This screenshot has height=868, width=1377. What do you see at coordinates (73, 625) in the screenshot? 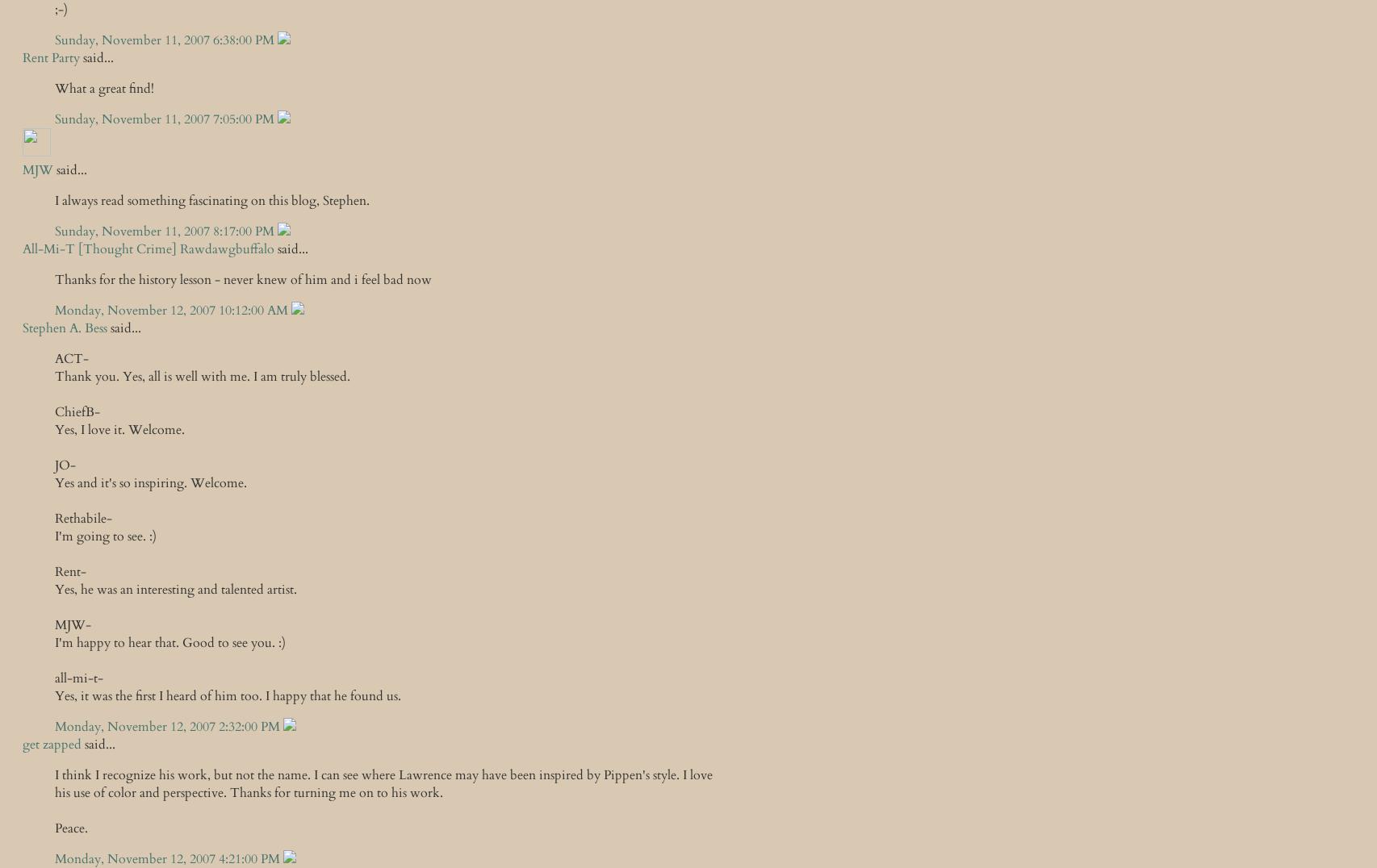
I see `'MJW-'` at bounding box center [73, 625].